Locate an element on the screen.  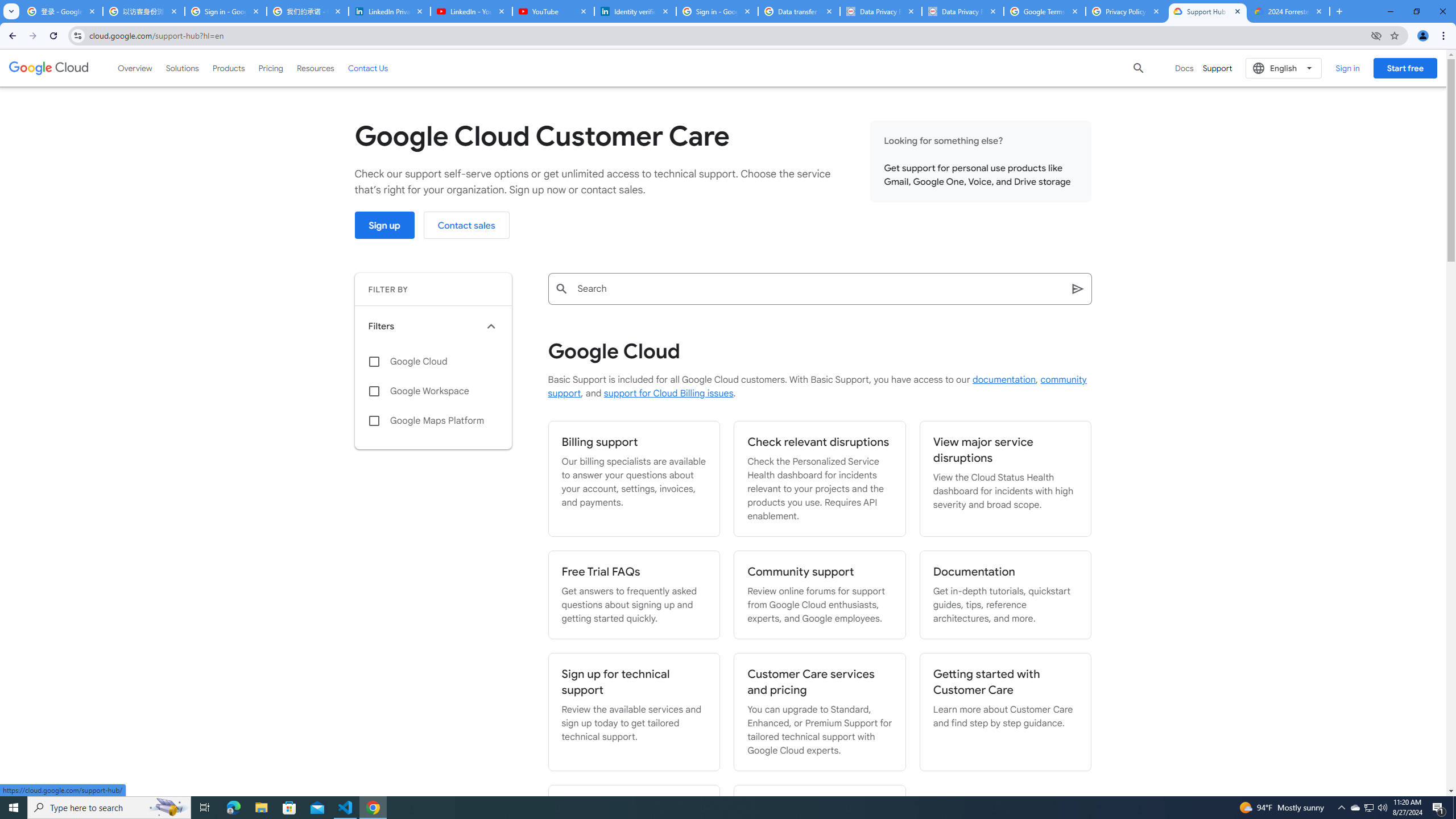
'LinkedIn - YouTube' is located at coordinates (470, 11).